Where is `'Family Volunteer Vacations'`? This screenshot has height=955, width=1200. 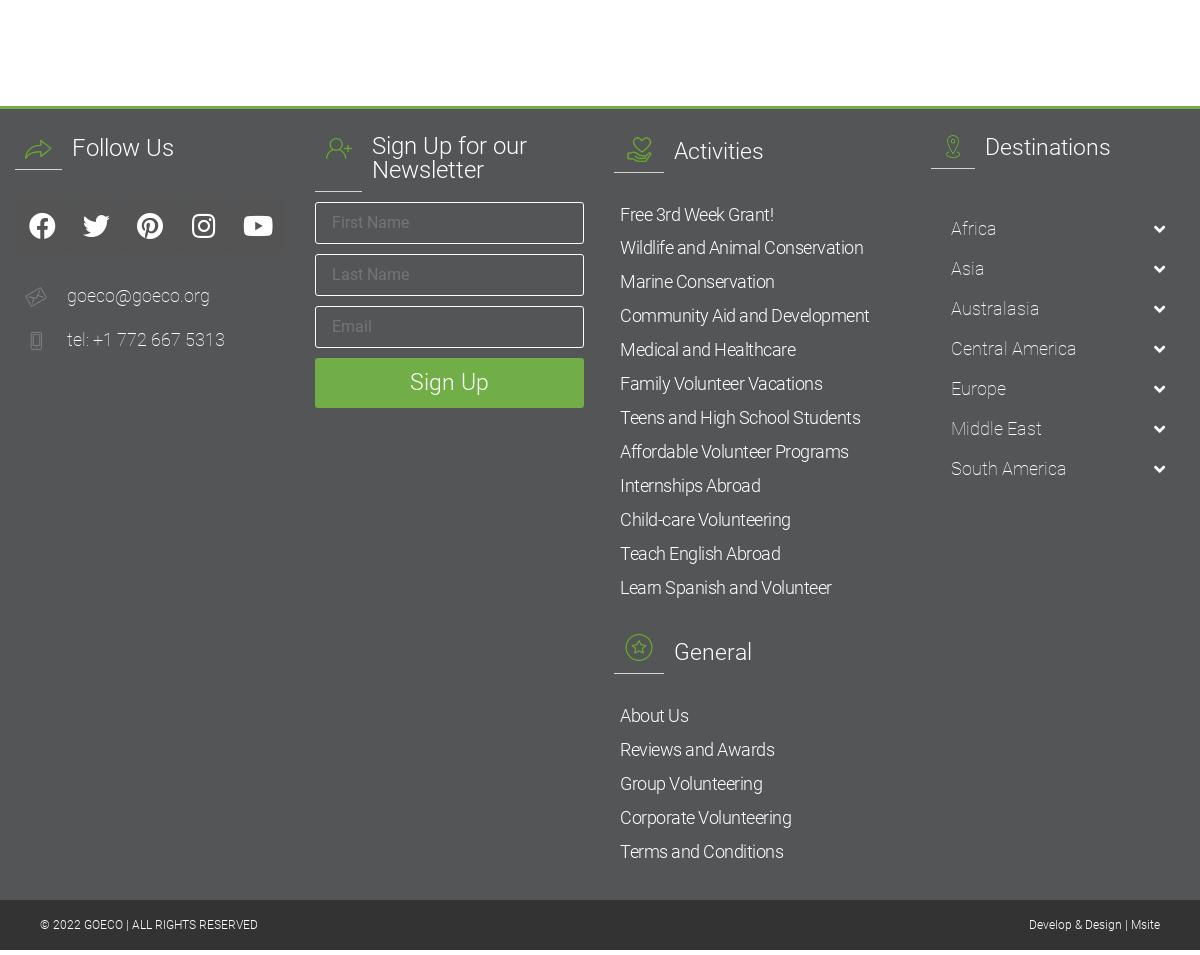 'Family Volunteer Vacations' is located at coordinates (620, 385).